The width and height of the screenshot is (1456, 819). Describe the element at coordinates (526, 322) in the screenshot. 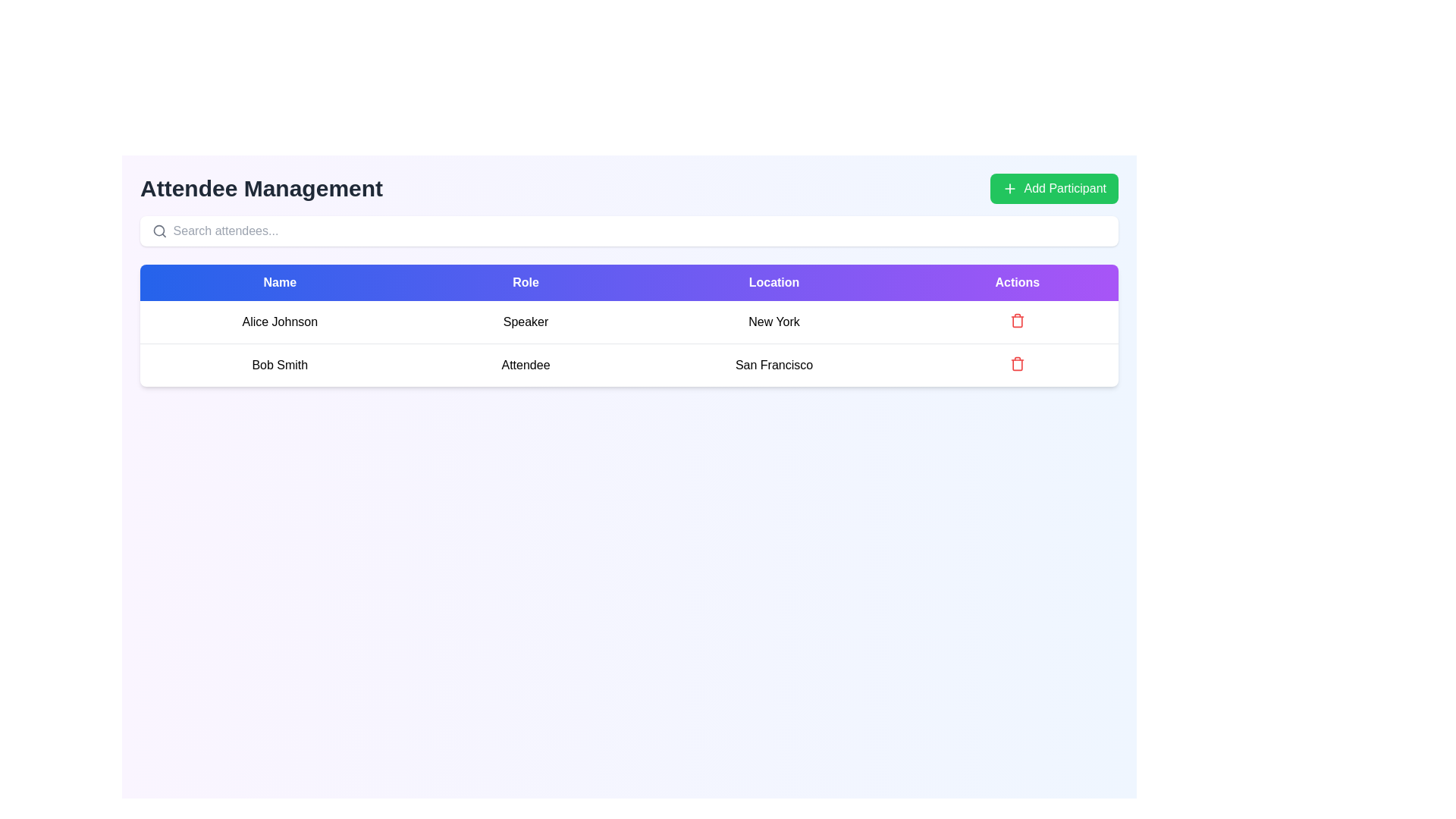

I see `the 'Speaker' text label located in the second column of the first row of the table, which is between 'Alice Johnson' and 'New York'` at that location.